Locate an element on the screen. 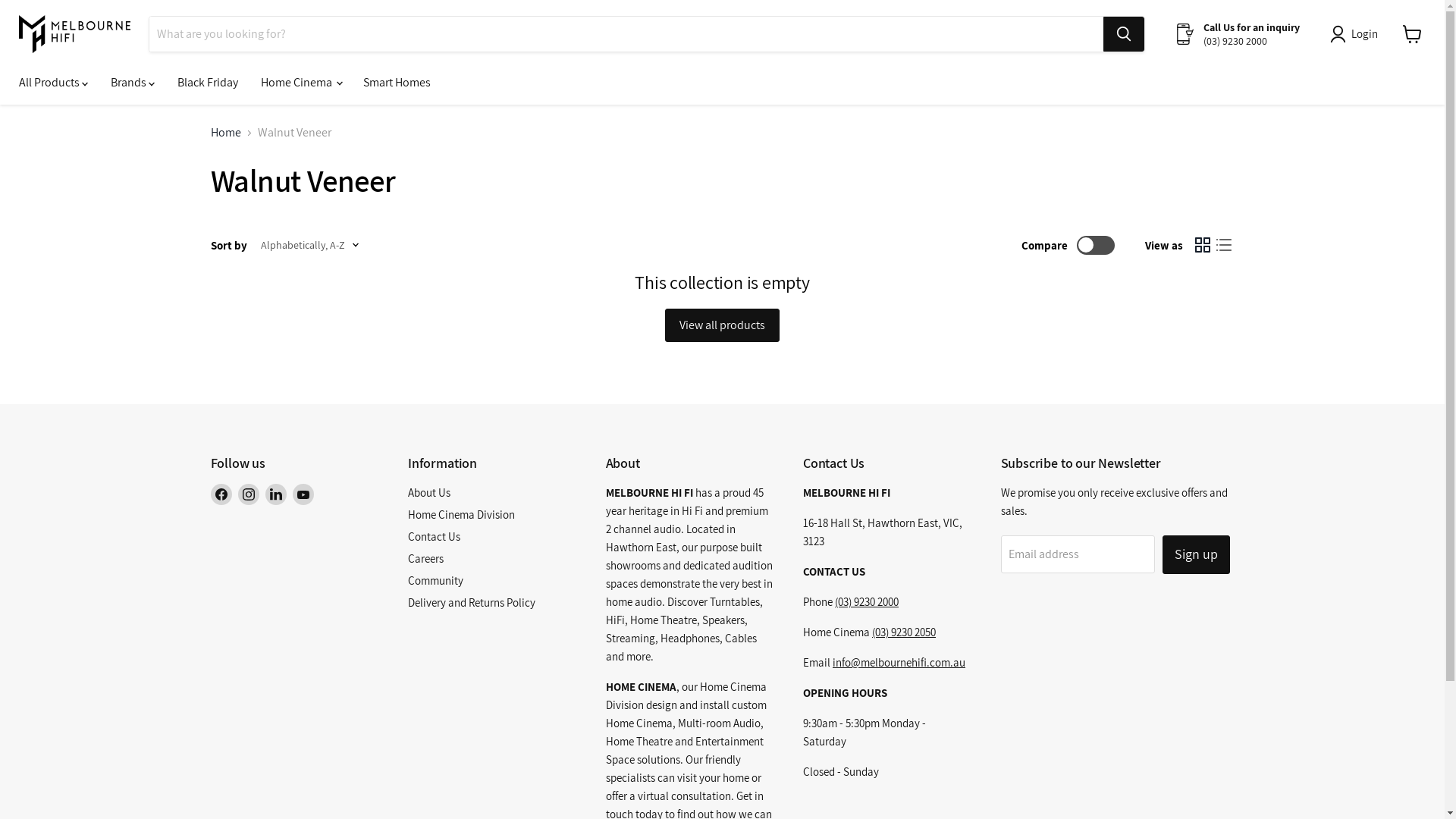 This screenshot has width=1456, height=819. 'About Us' is located at coordinates (428, 492).